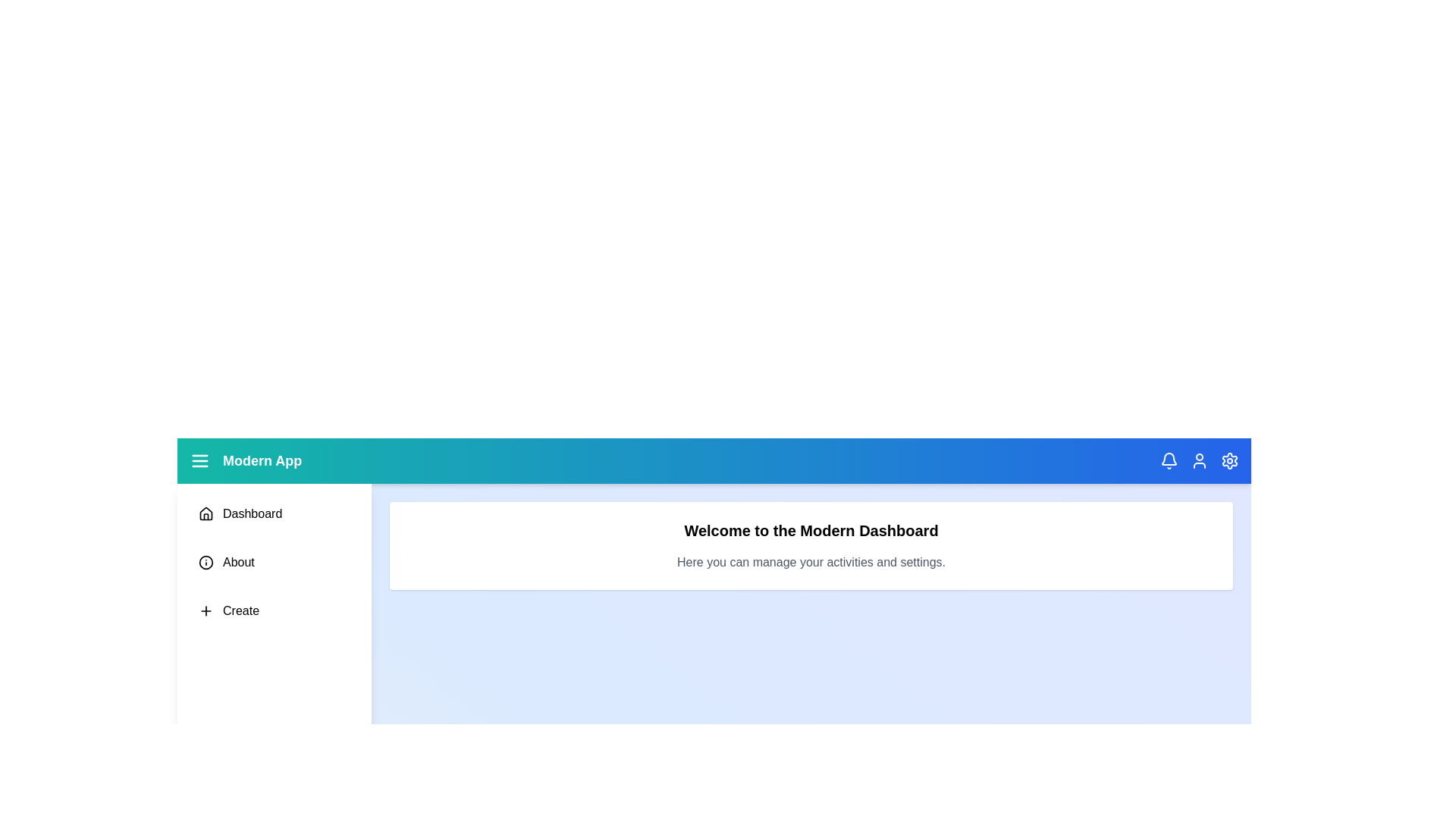  What do you see at coordinates (1168, 460) in the screenshot?
I see `the header icon Bell to perform its respective action` at bounding box center [1168, 460].